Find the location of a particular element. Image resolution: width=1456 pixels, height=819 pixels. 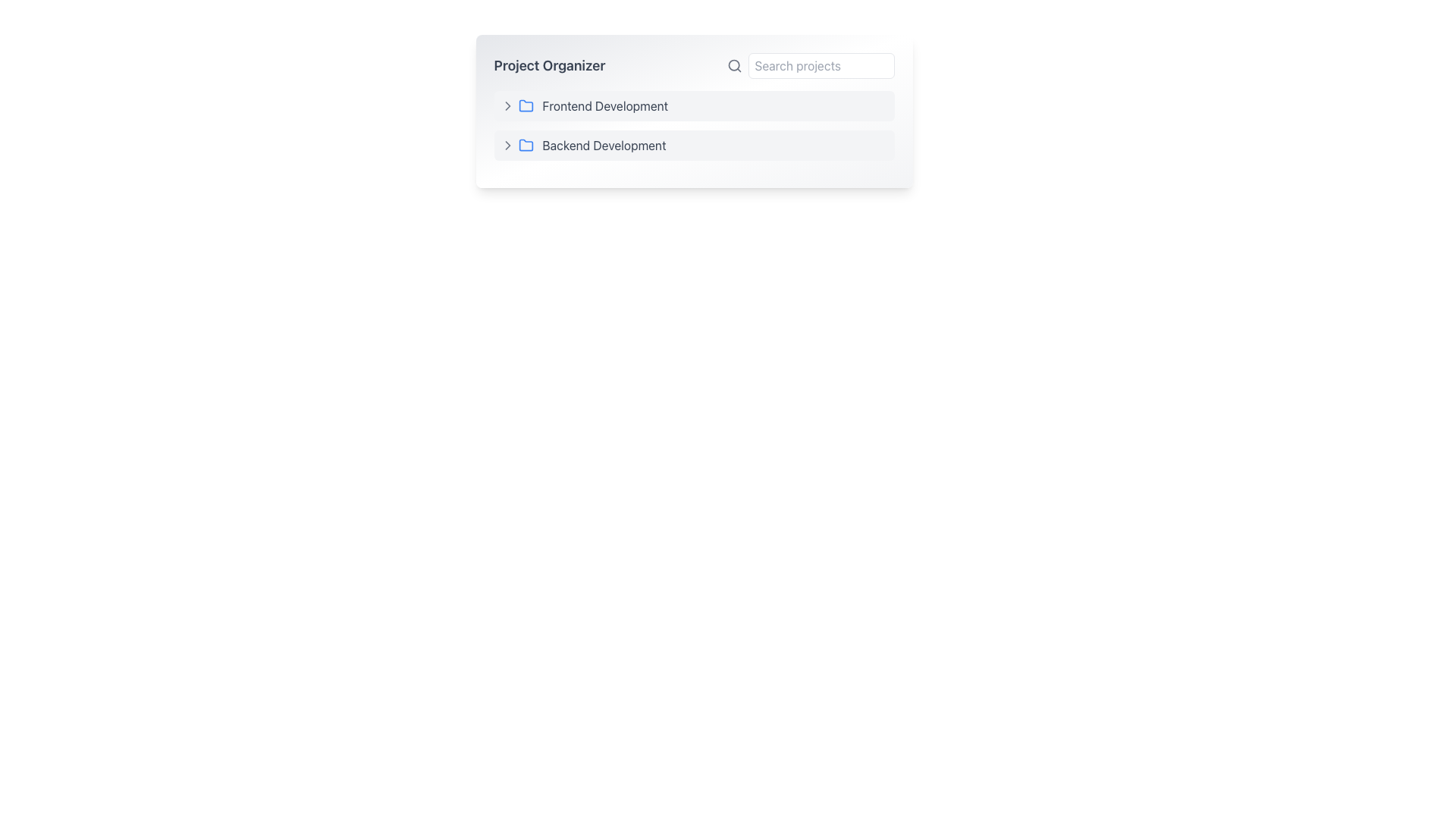

the search icon located immediately to the left of the 'Search projects' text input field in the 'Project Organizer' section is located at coordinates (734, 65).